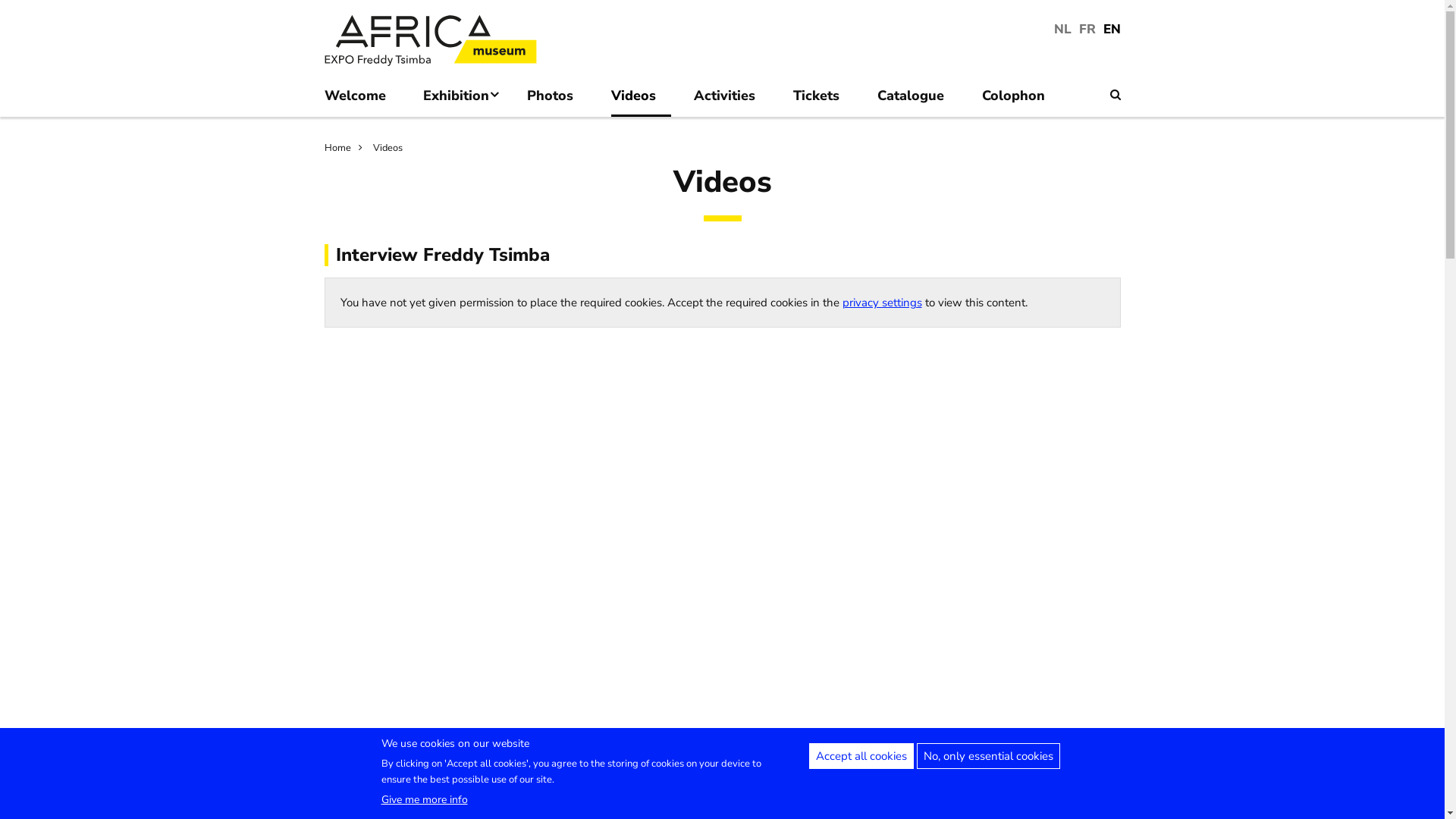 The width and height of the screenshot is (1456, 819). Describe the element at coordinates (987, 755) in the screenshot. I see `'No, only essential cookies'` at that location.